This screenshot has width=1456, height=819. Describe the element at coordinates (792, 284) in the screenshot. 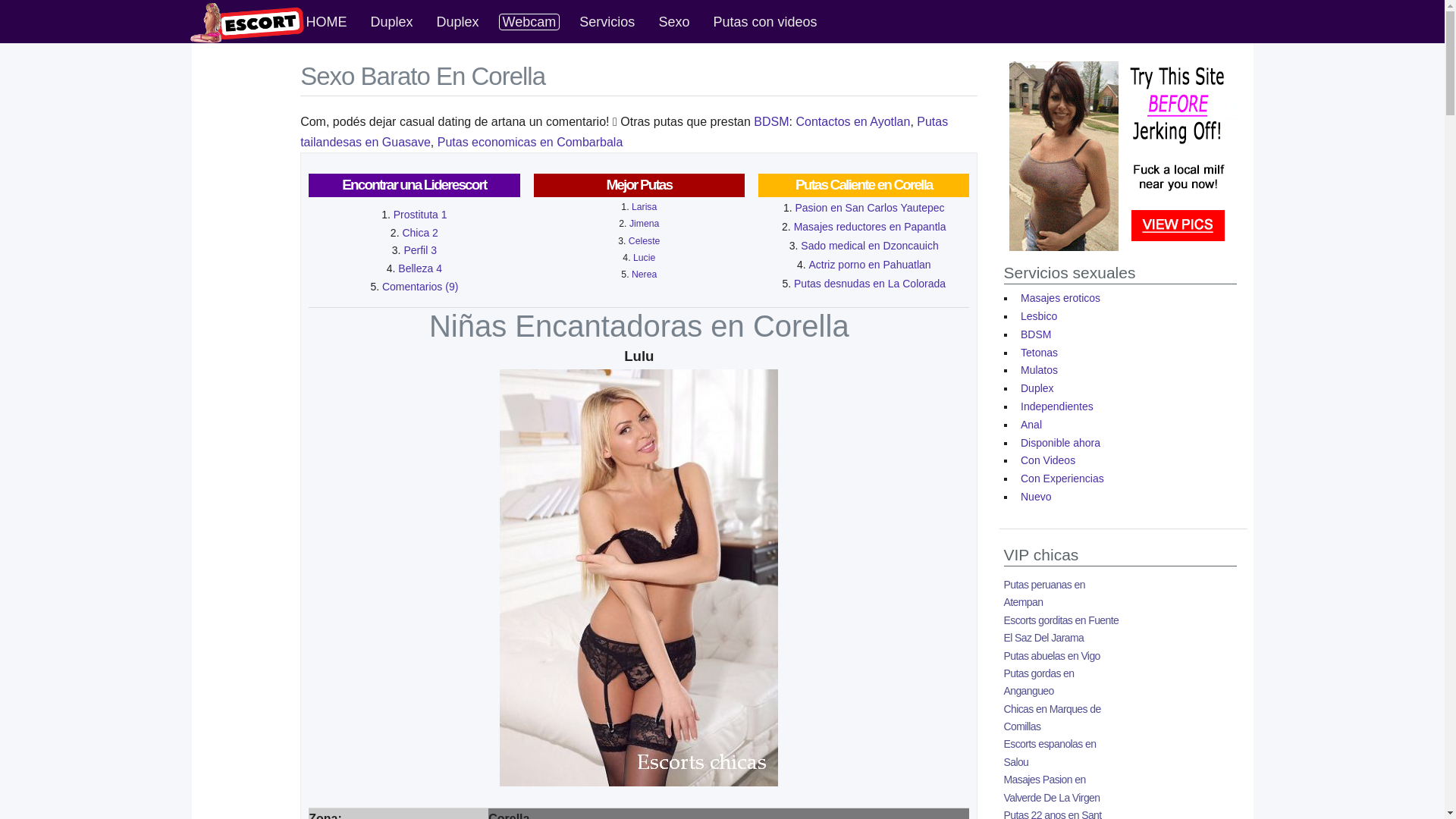

I see `'Putas desnudas en La Colorada'` at that location.